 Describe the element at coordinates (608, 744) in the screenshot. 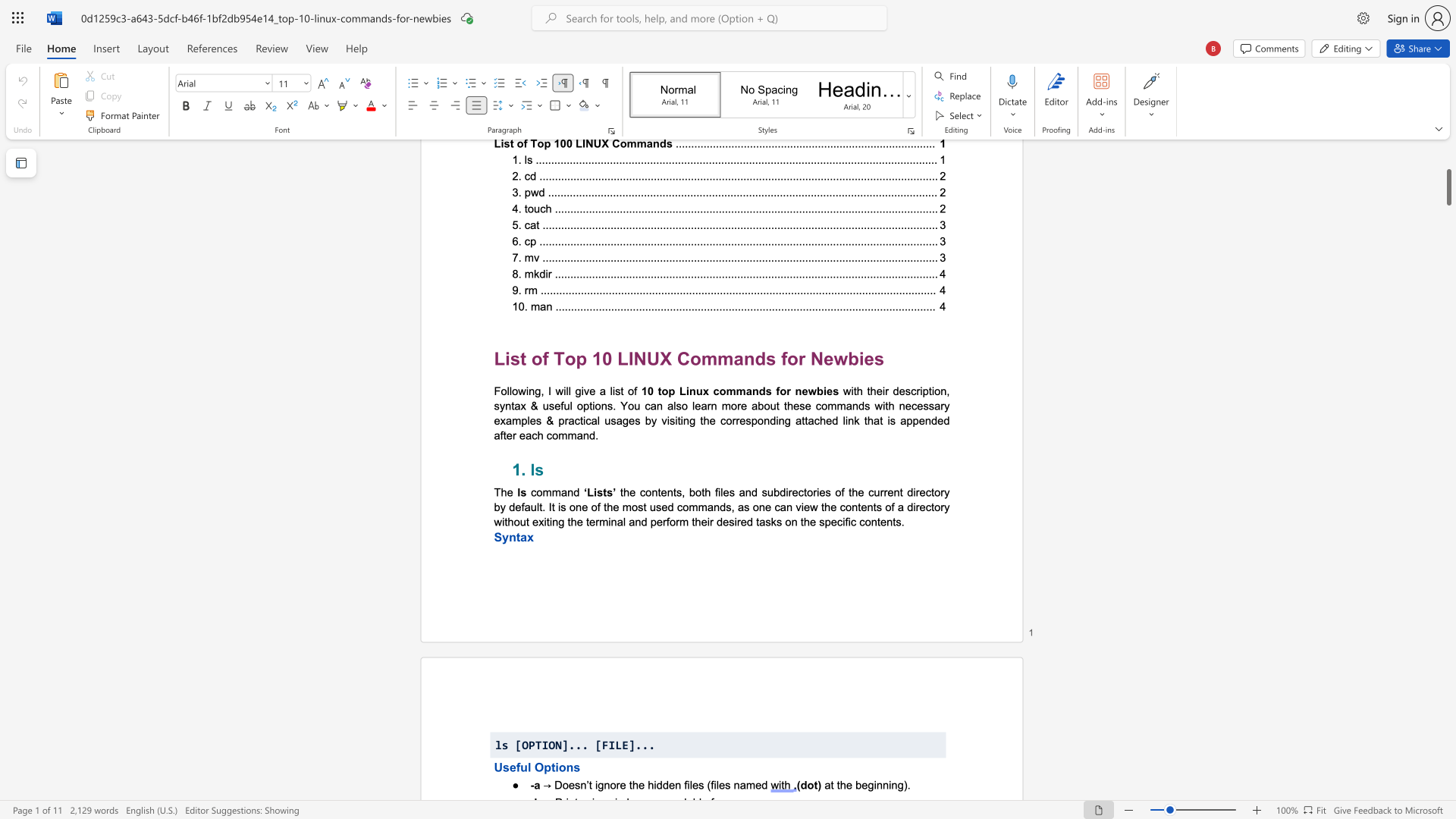

I see `the subset text "ILE" within the text "ls [OPTION]... [FILE]..."` at that location.